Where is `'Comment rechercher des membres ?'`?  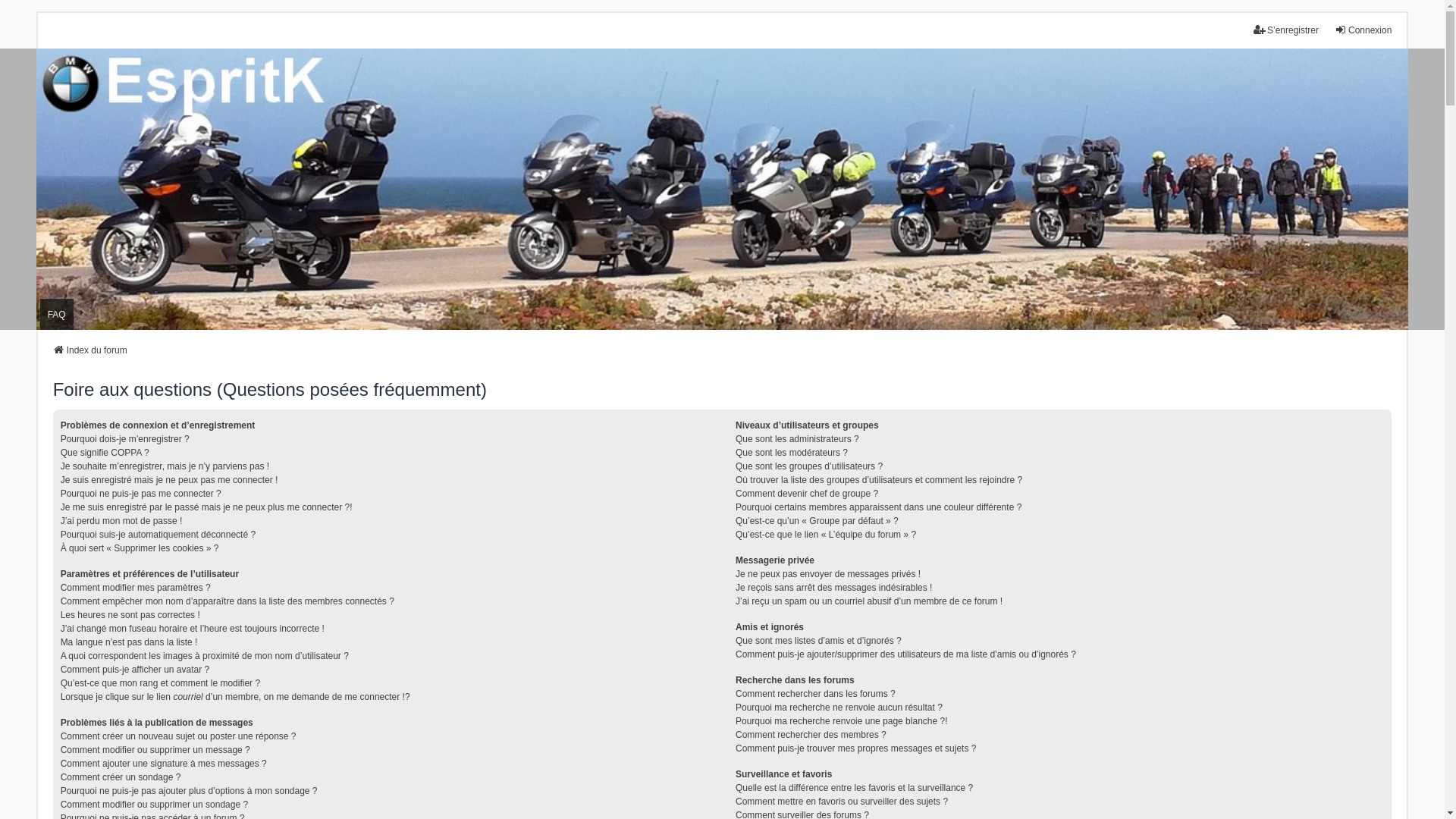
'Comment rechercher des membres ?' is located at coordinates (735, 733).